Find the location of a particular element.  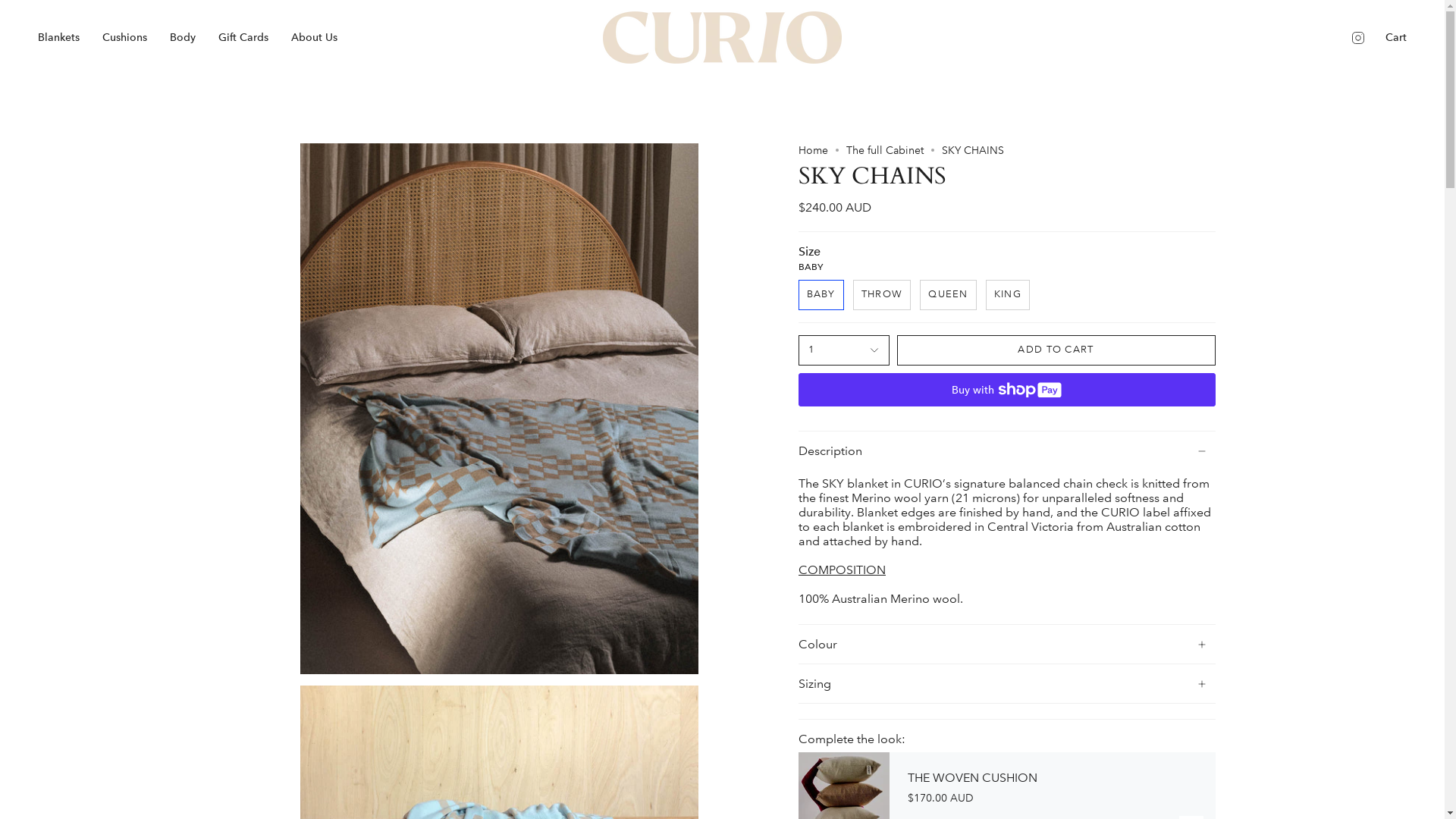

'Gift Cards' is located at coordinates (243, 36).